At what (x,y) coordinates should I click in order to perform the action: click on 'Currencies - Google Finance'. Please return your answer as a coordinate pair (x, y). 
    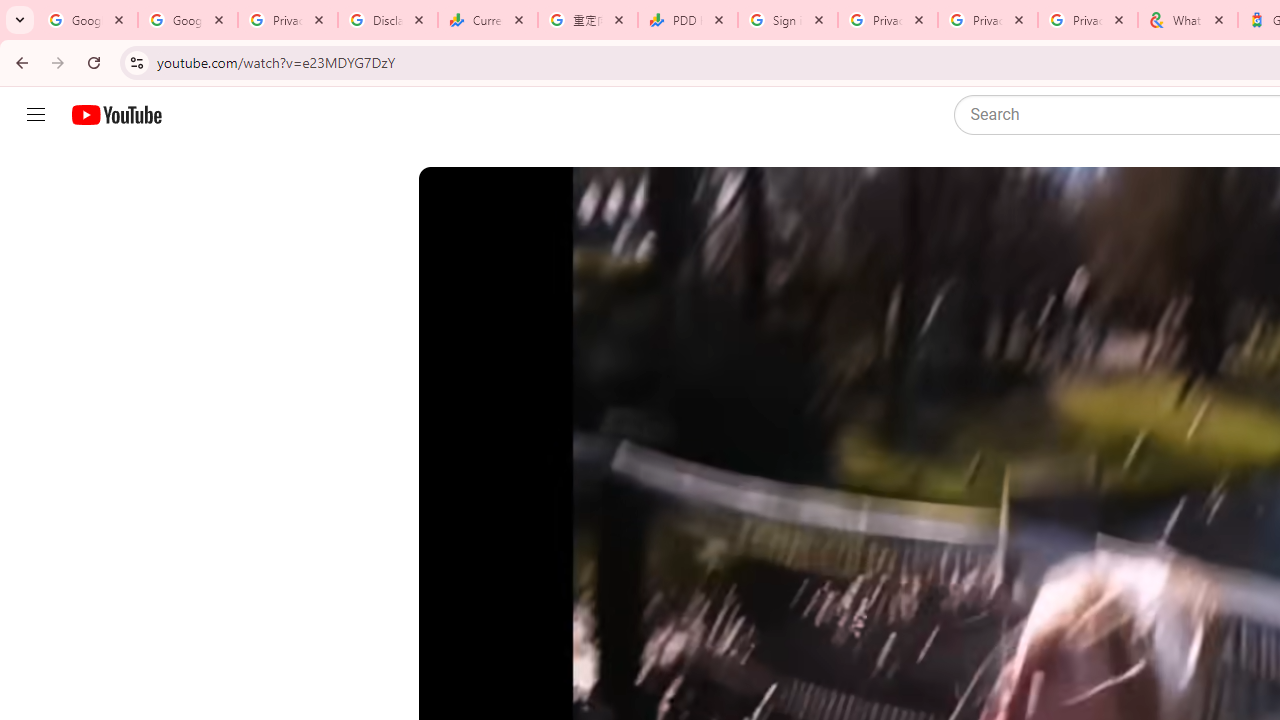
    Looking at the image, I should click on (487, 20).